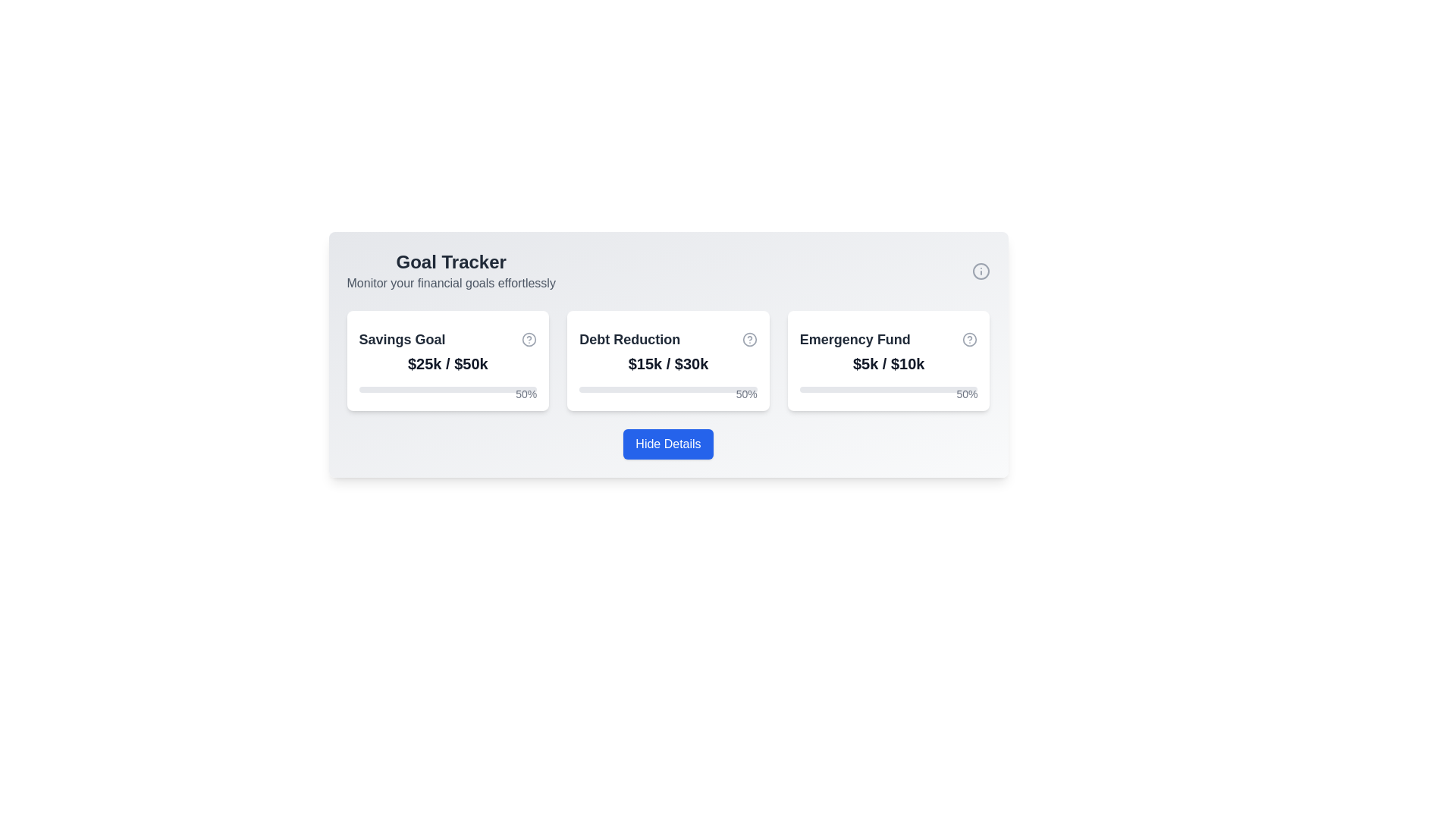  Describe the element at coordinates (402, 338) in the screenshot. I see `the bold text label displaying 'Savings Goal' which is located in the top-left corner of the first card in a goal tracker interface` at that location.